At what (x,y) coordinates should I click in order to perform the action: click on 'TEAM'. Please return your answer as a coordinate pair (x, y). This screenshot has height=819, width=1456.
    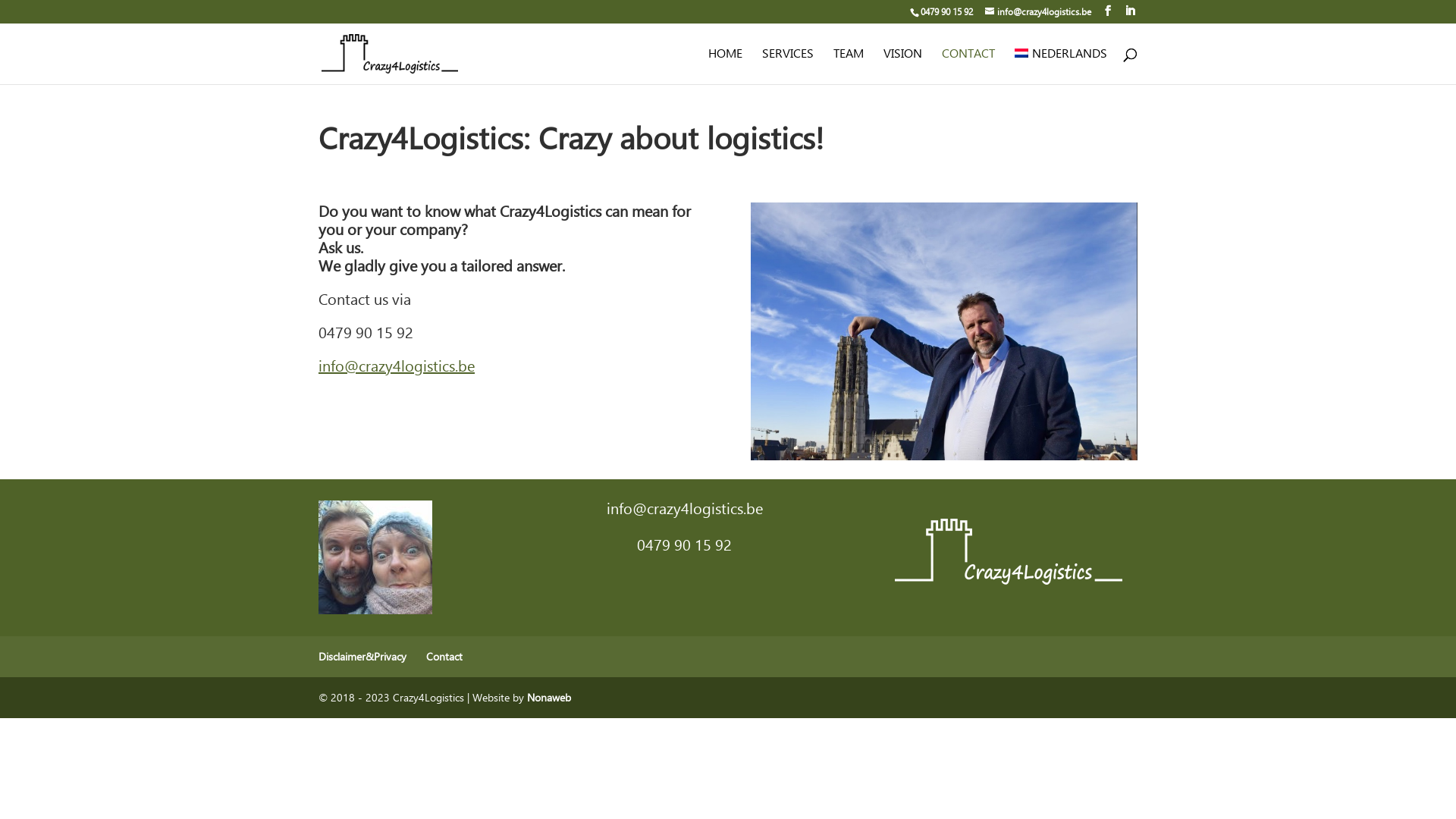
    Looking at the image, I should click on (847, 65).